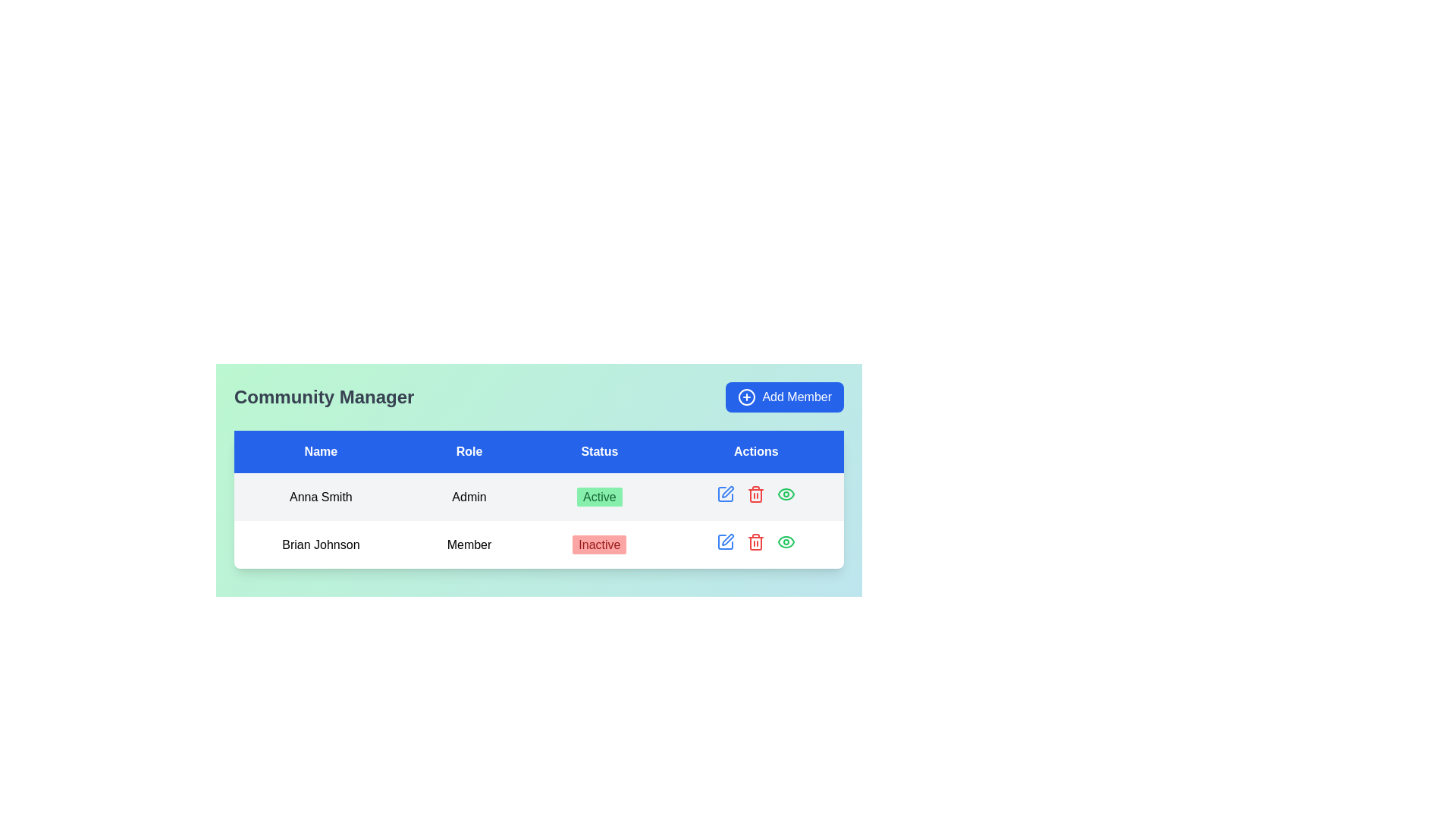  I want to click on the central vertical portion of the trash bin icon in the 'Actions' column for user 'Brian Johnson', so click(756, 496).